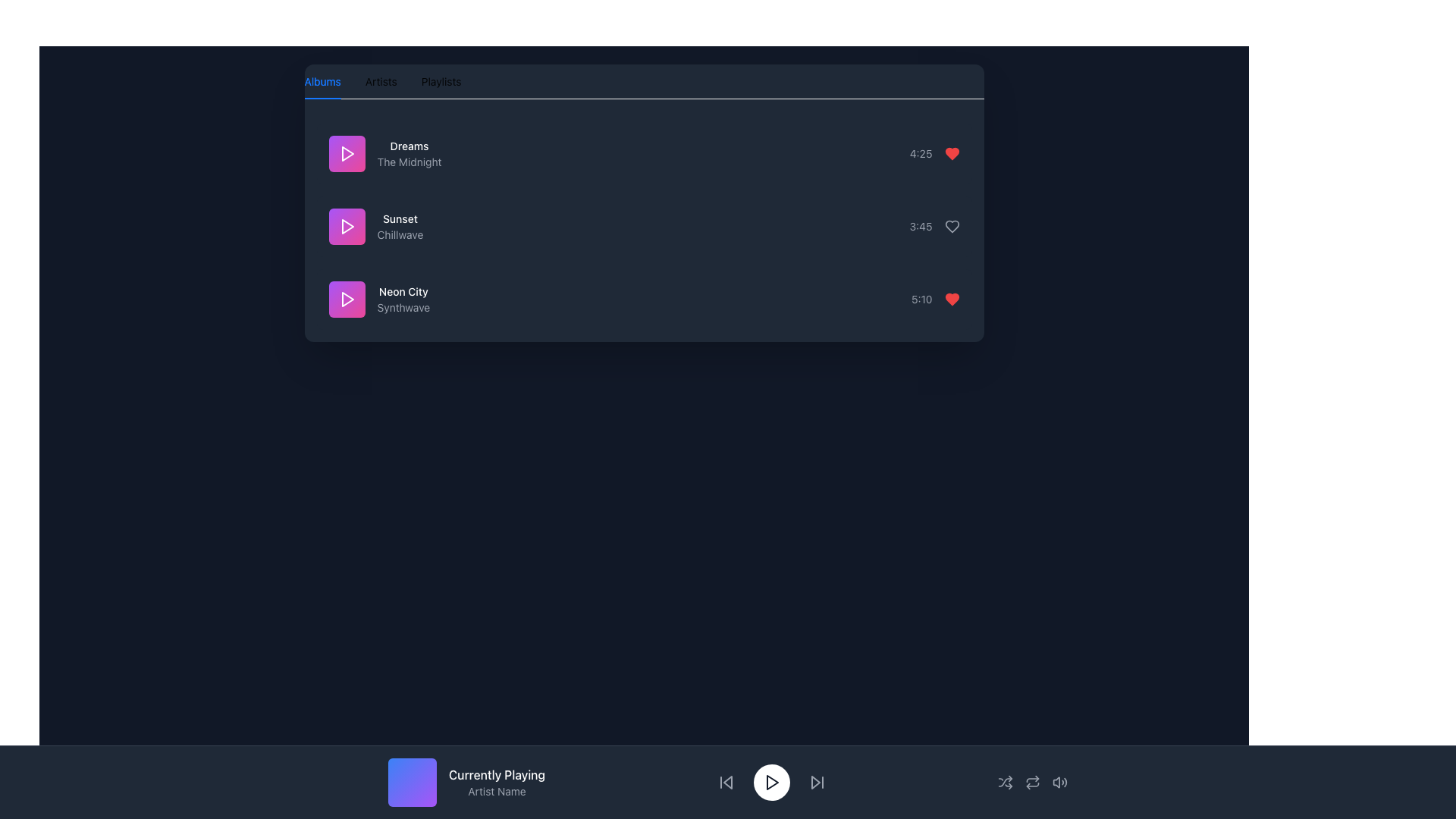  What do you see at coordinates (322, 82) in the screenshot?
I see `the 'Albums' tab` at bounding box center [322, 82].